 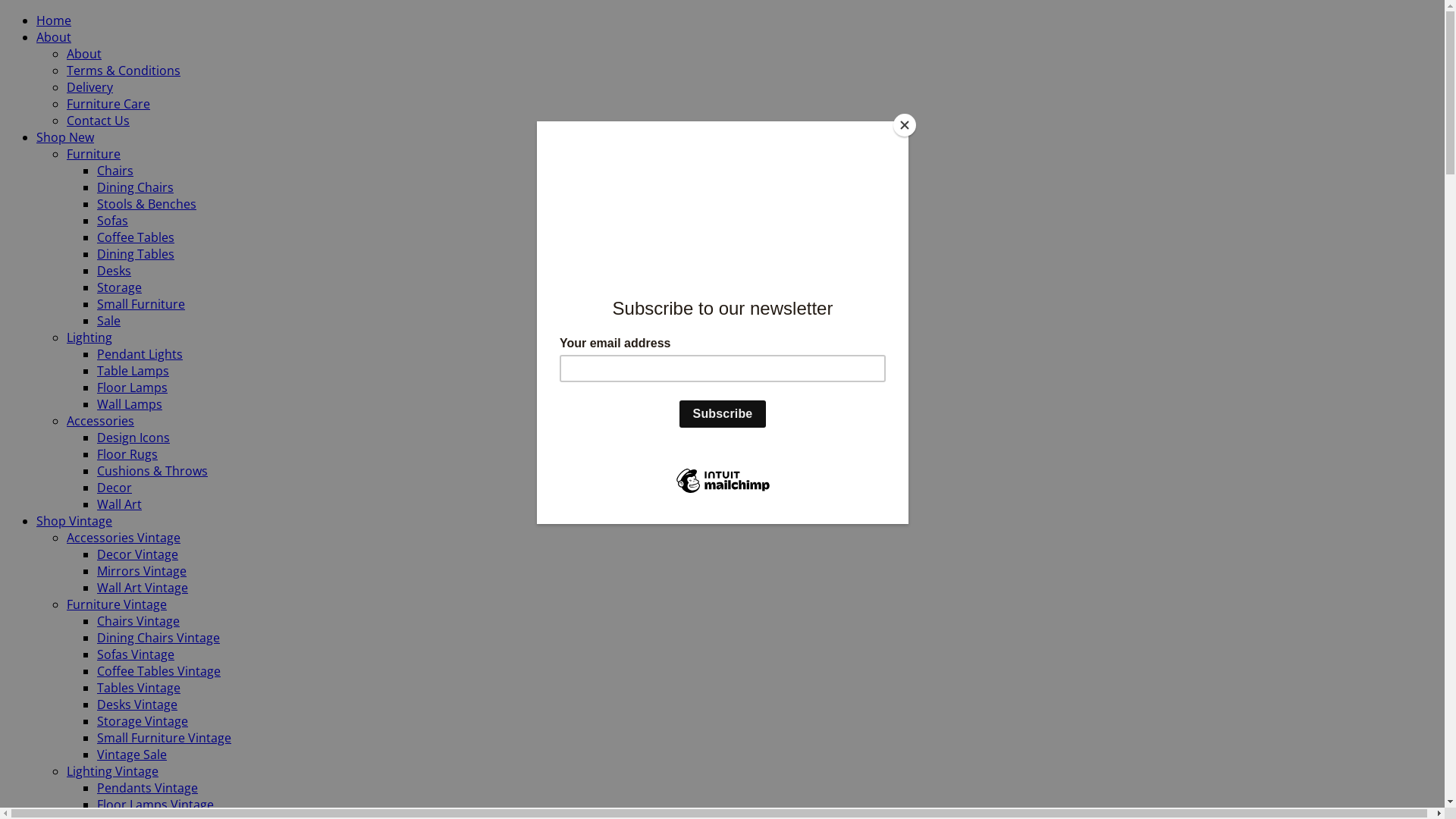 What do you see at coordinates (96, 654) in the screenshot?
I see `'Sofas Vintage'` at bounding box center [96, 654].